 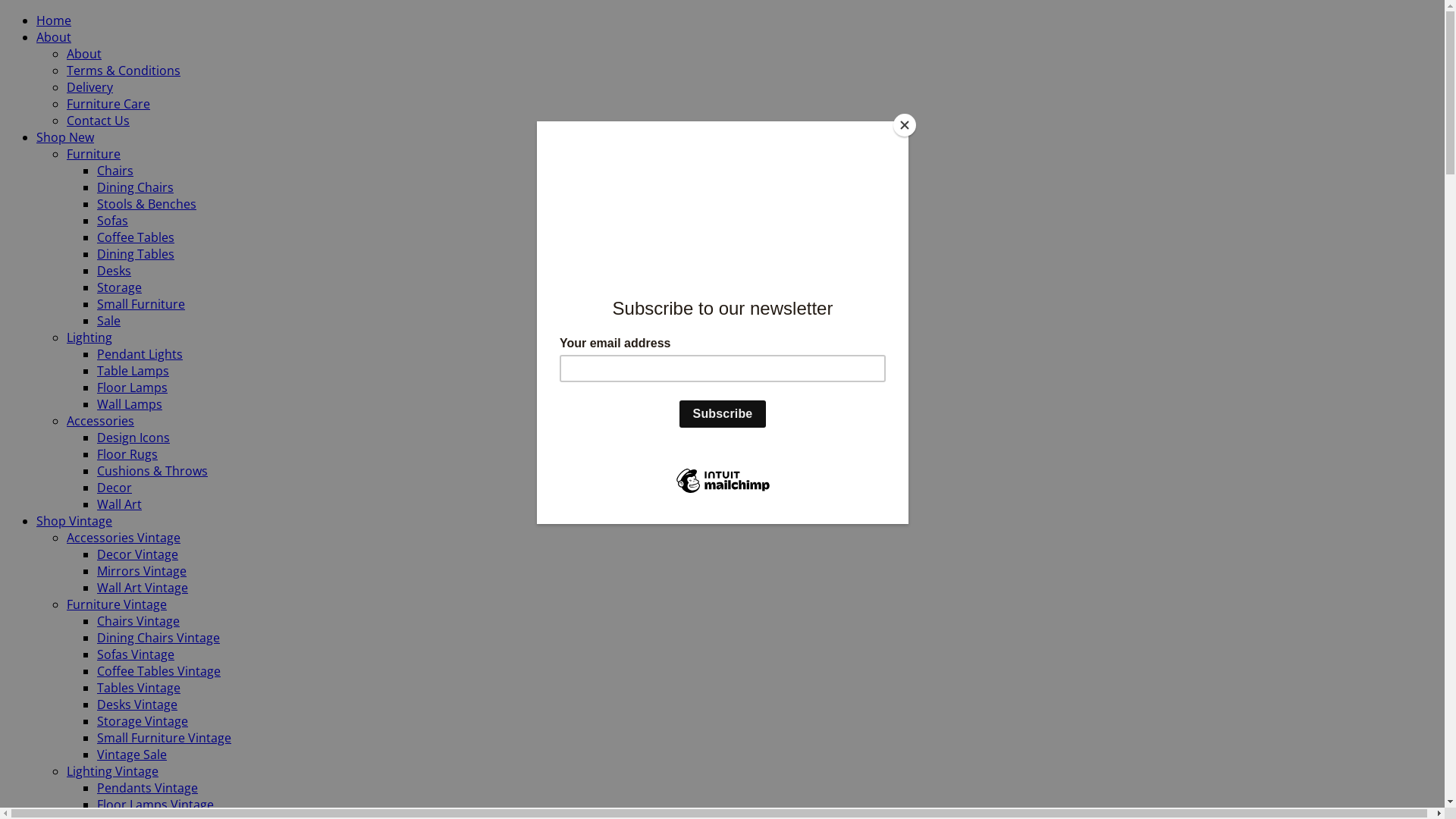 What do you see at coordinates (96, 654) in the screenshot?
I see `'Sofas Vintage'` at bounding box center [96, 654].